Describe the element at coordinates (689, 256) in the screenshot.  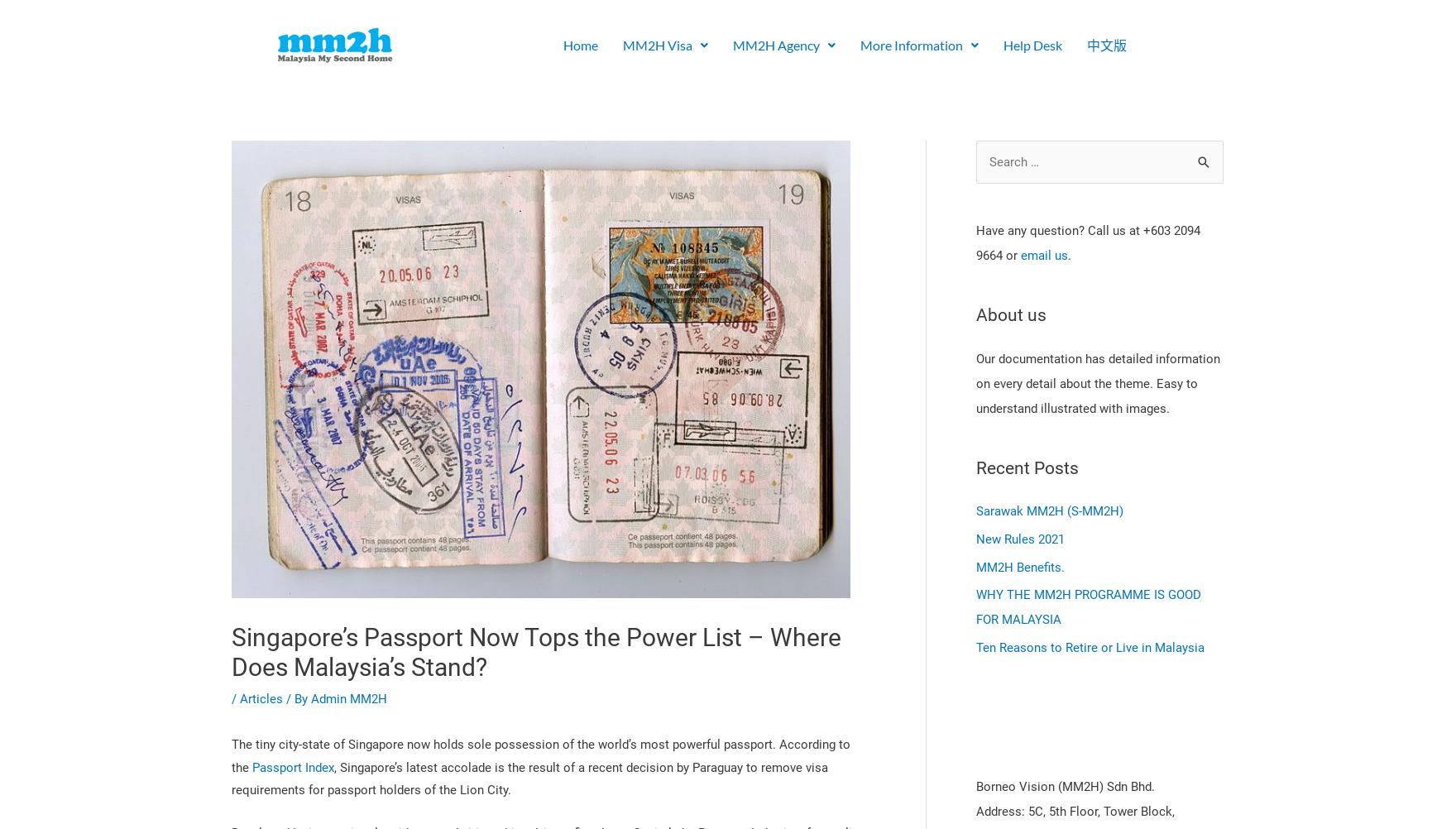
I see `'Frequently Asked Questions'` at that location.